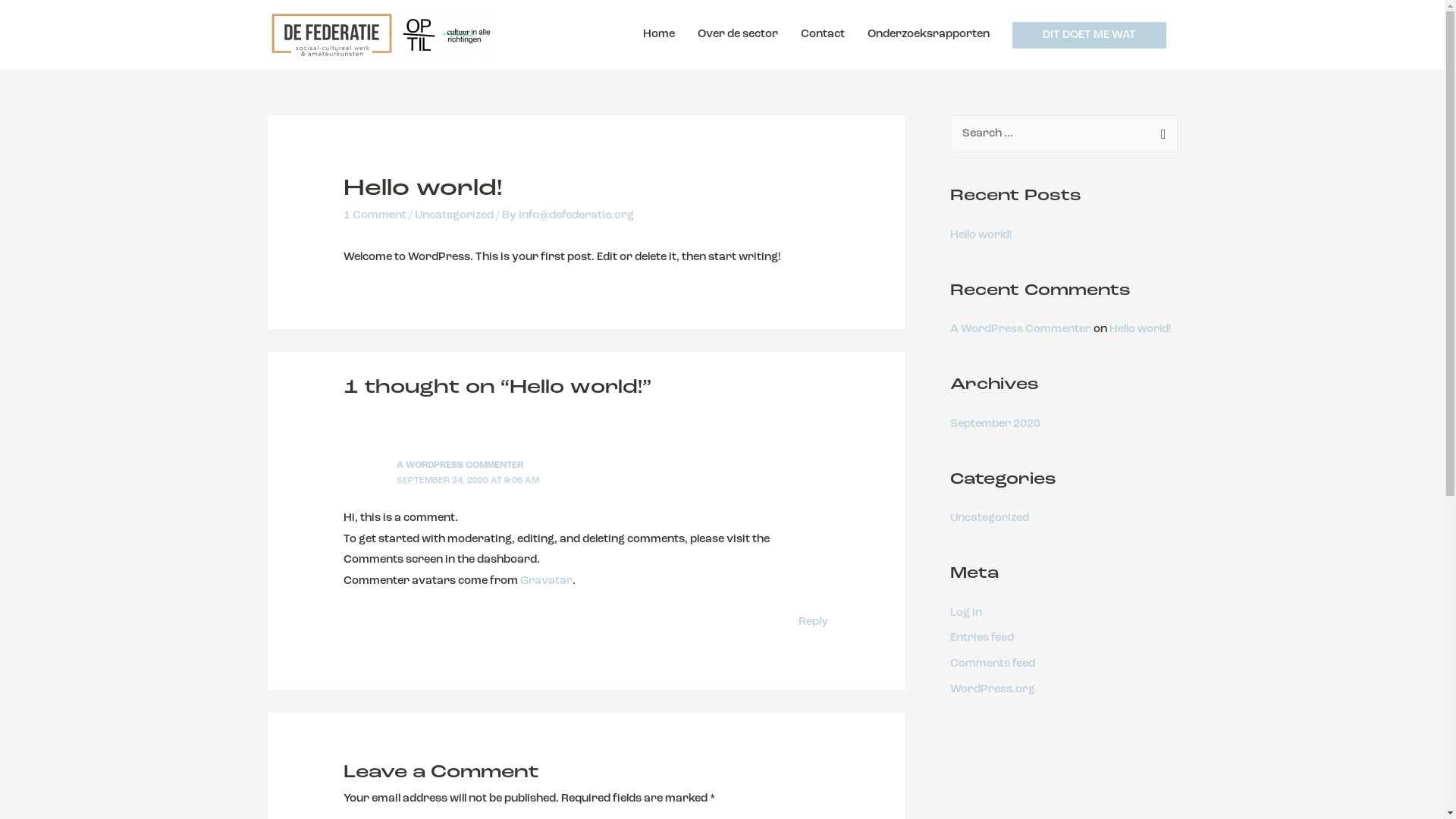 This screenshot has height=819, width=1456. I want to click on 'Search', so click(1159, 130).